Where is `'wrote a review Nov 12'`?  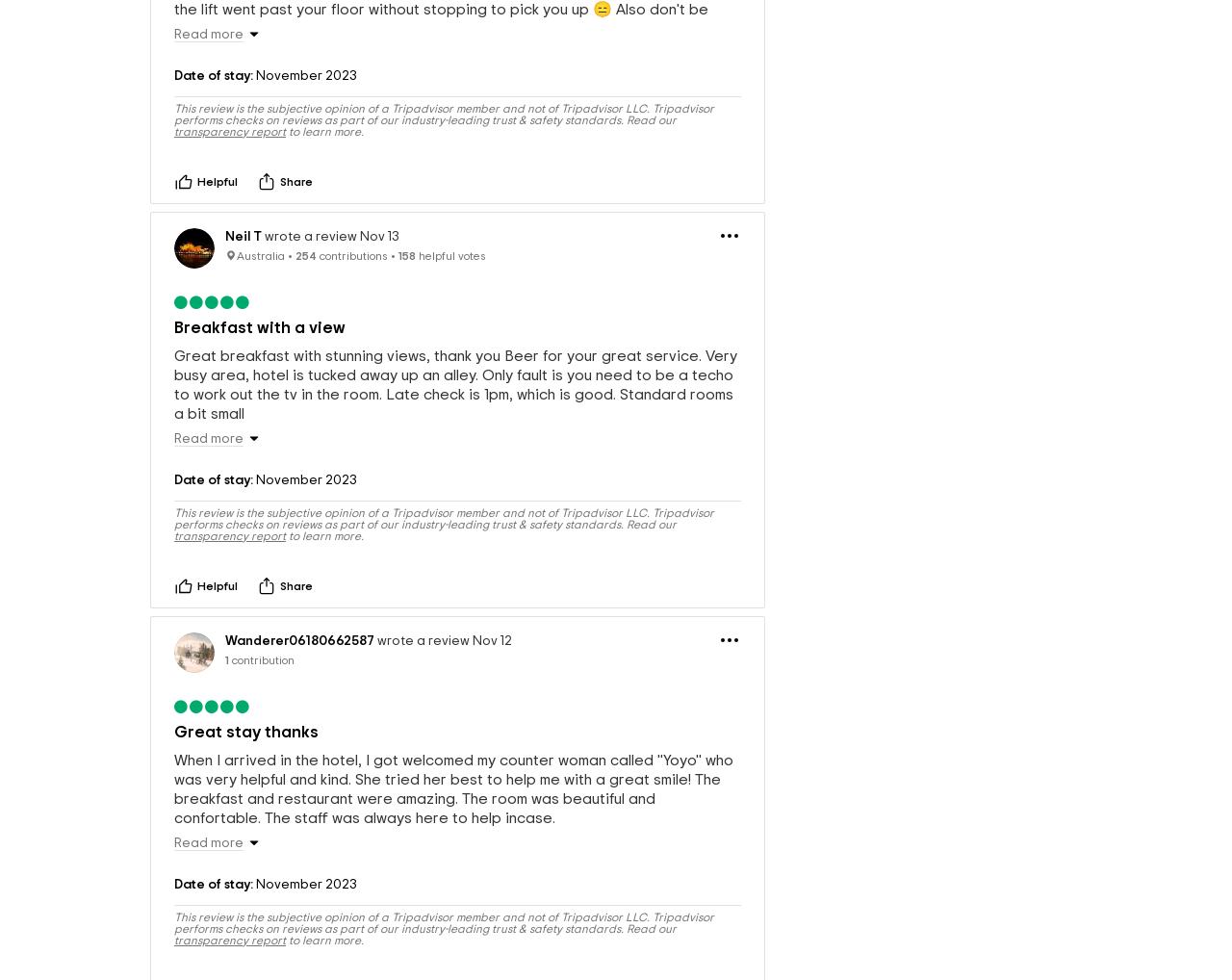
'wrote a review Nov 12' is located at coordinates (442, 692).